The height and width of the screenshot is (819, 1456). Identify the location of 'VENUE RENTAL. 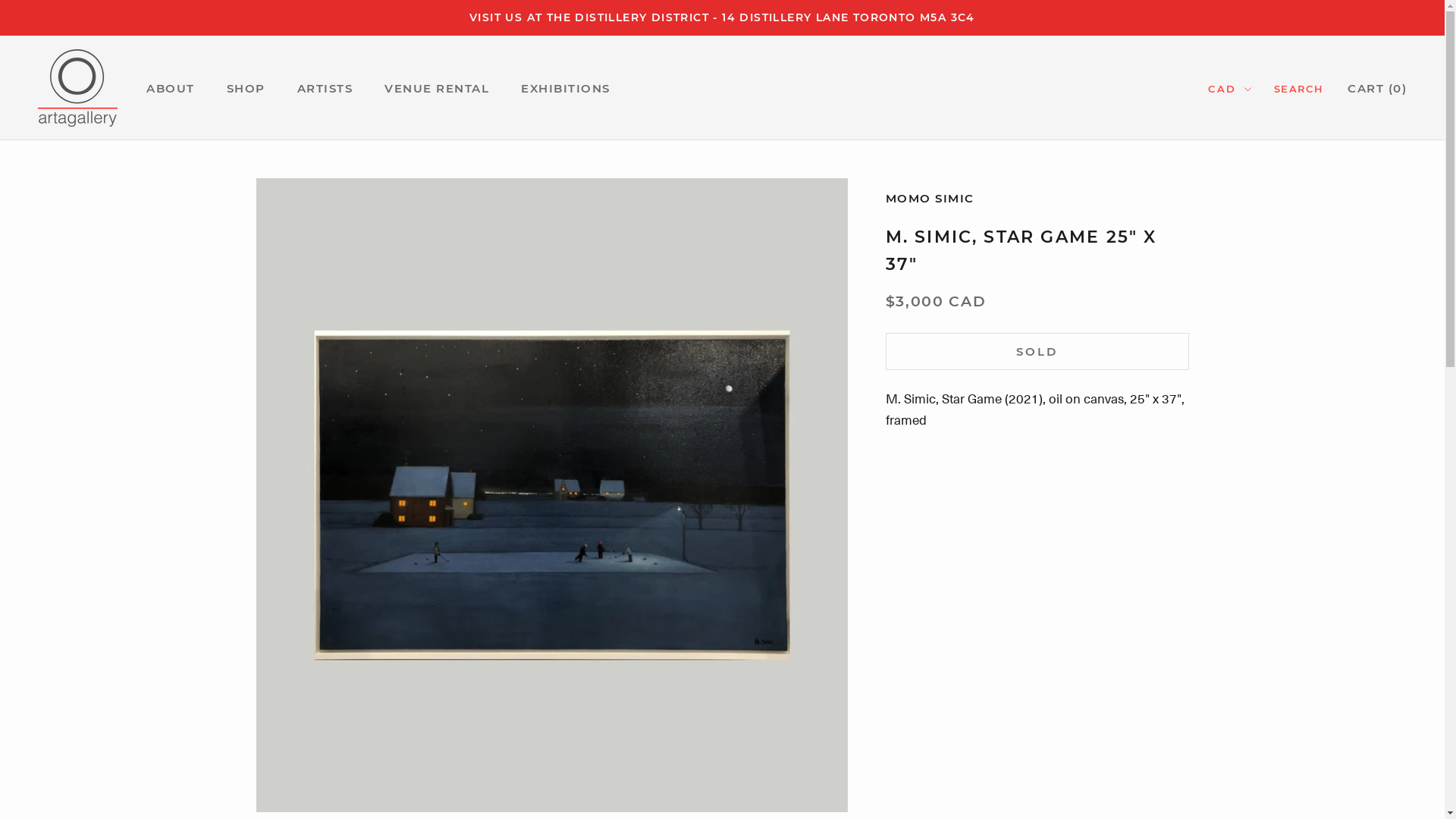
(436, 88).